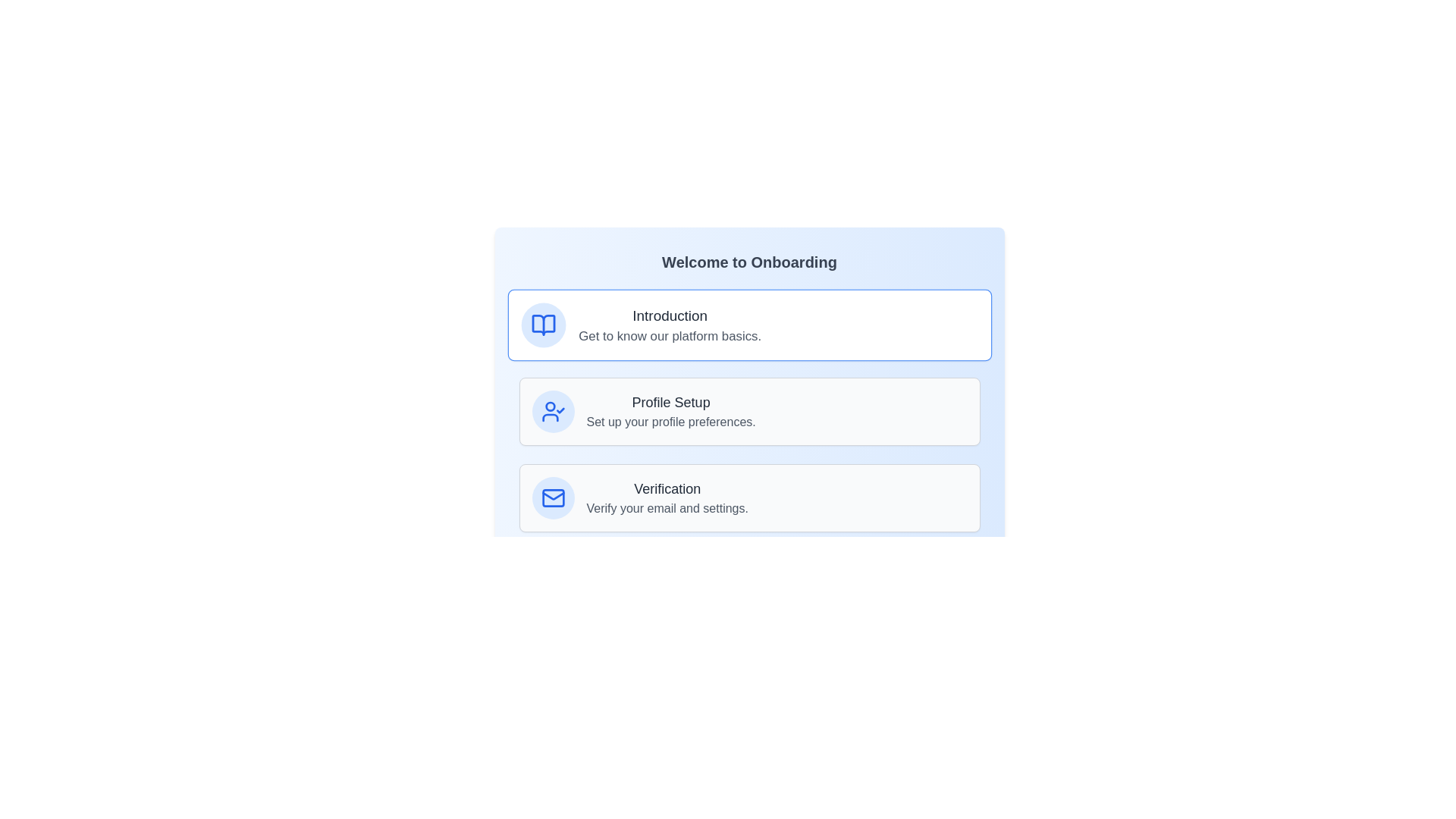 This screenshot has width=1456, height=819. Describe the element at coordinates (669, 324) in the screenshot. I see `the introductory text element within the onboarding card located below the 'Welcome to Onboarding' header` at that location.